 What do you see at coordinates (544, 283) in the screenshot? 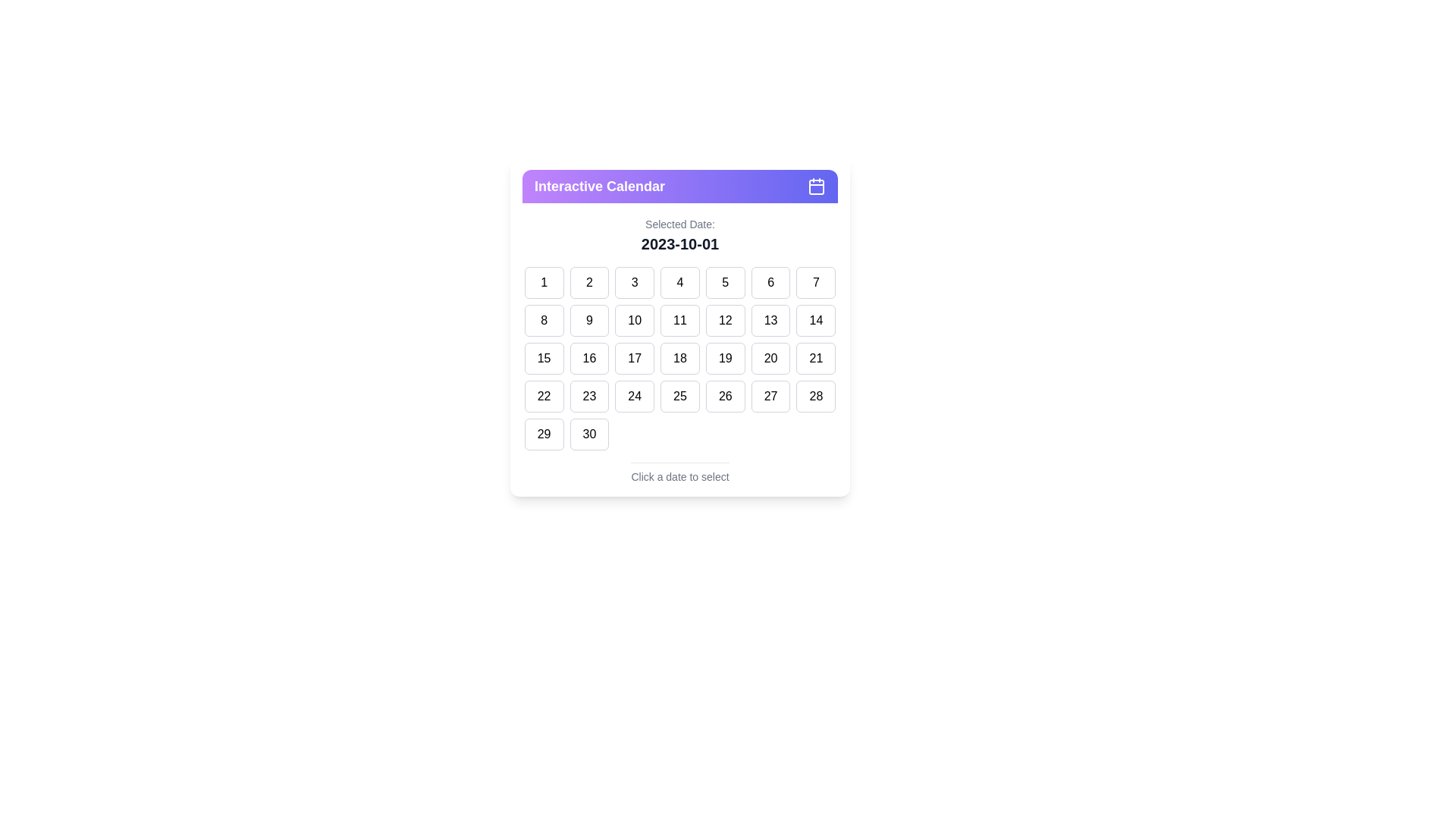
I see `the button that represents the first day of the month in the top-left corner of the calendar grid` at bounding box center [544, 283].